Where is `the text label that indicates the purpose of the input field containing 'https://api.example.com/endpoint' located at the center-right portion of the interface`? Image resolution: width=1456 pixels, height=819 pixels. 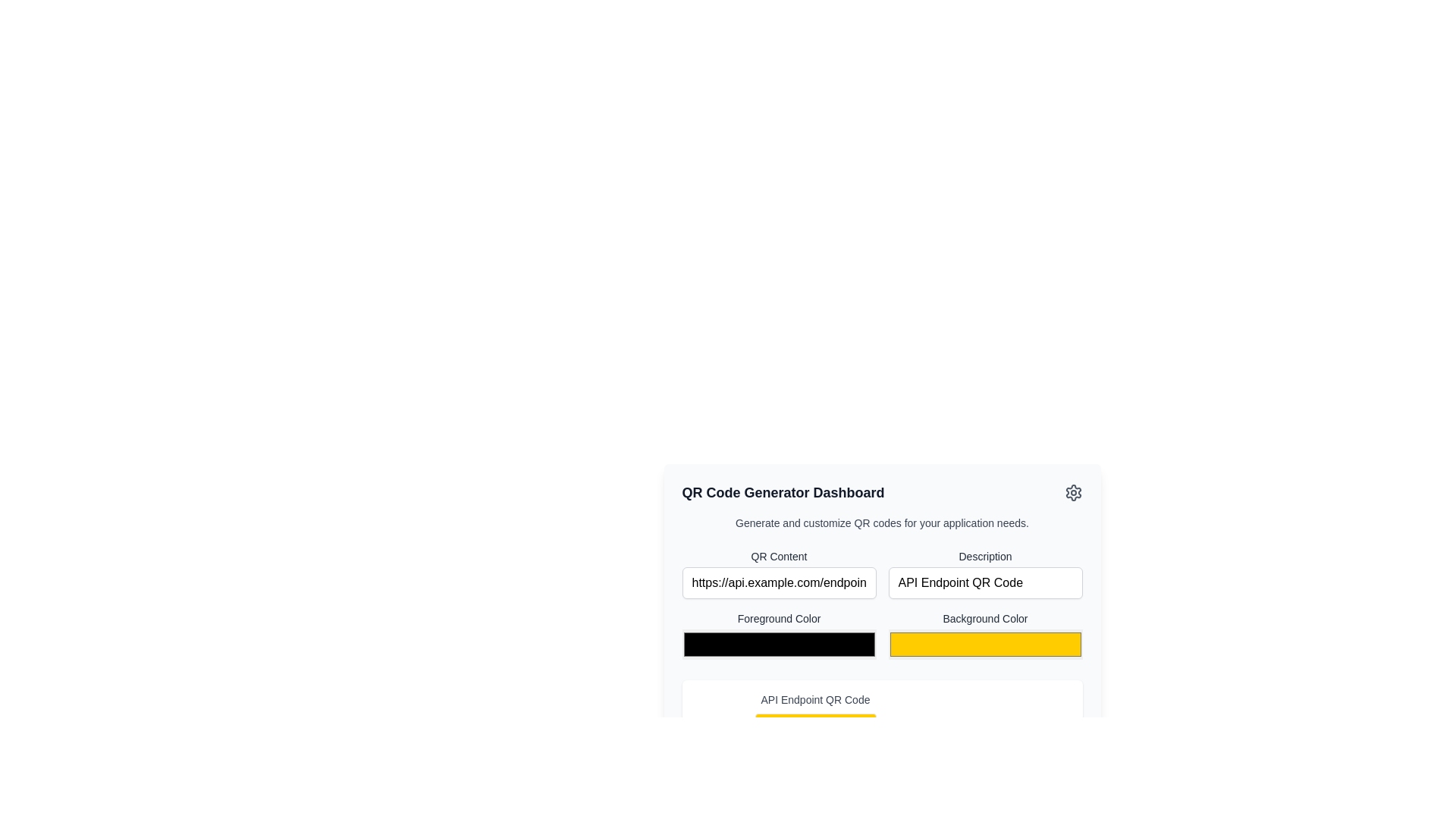
the text label that indicates the purpose of the input field containing 'https://api.example.com/endpoint' located at the center-right portion of the interface is located at coordinates (779, 556).